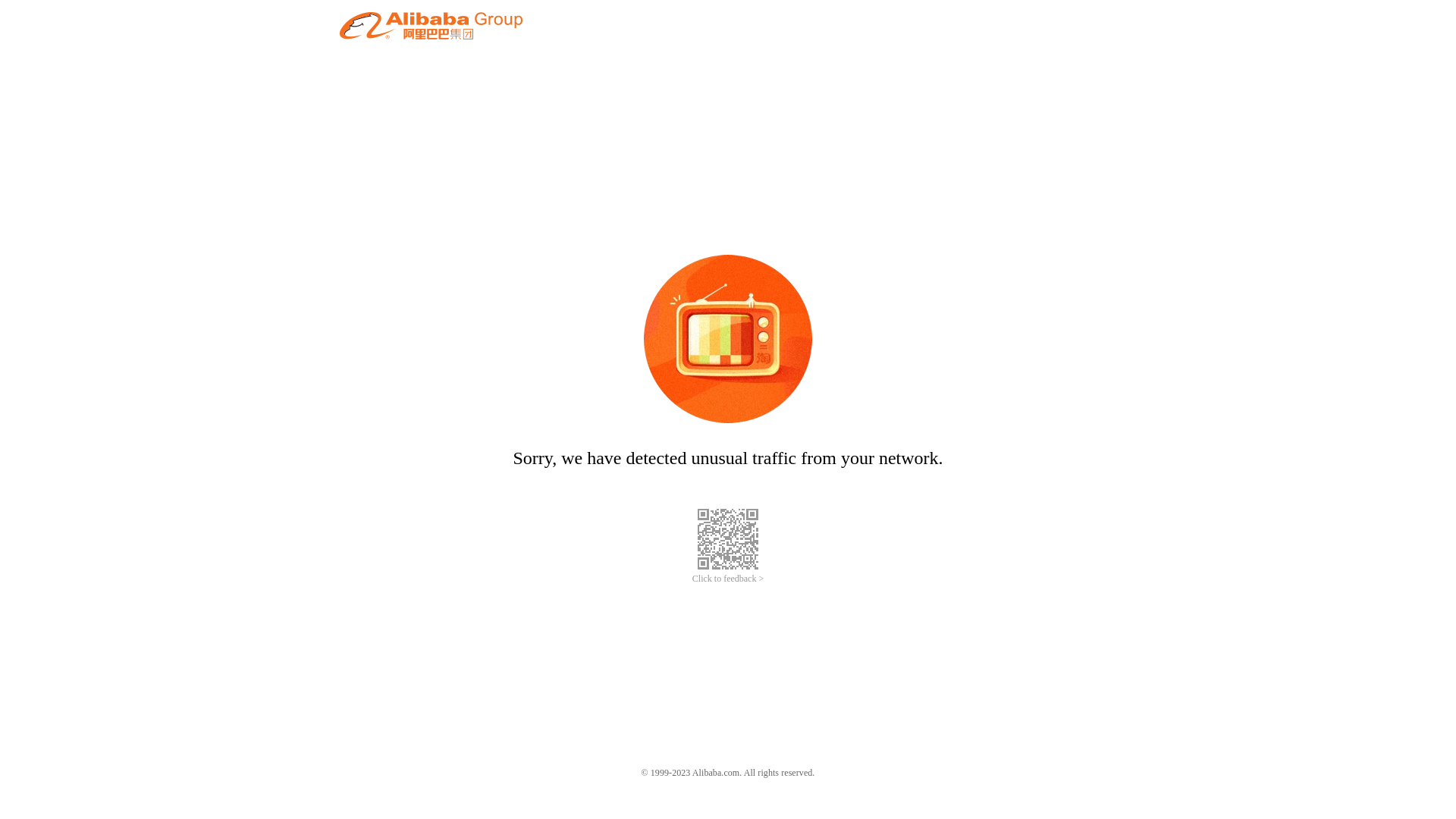  Describe the element at coordinates (728, 579) in the screenshot. I see `'Click to feedback >'` at that location.